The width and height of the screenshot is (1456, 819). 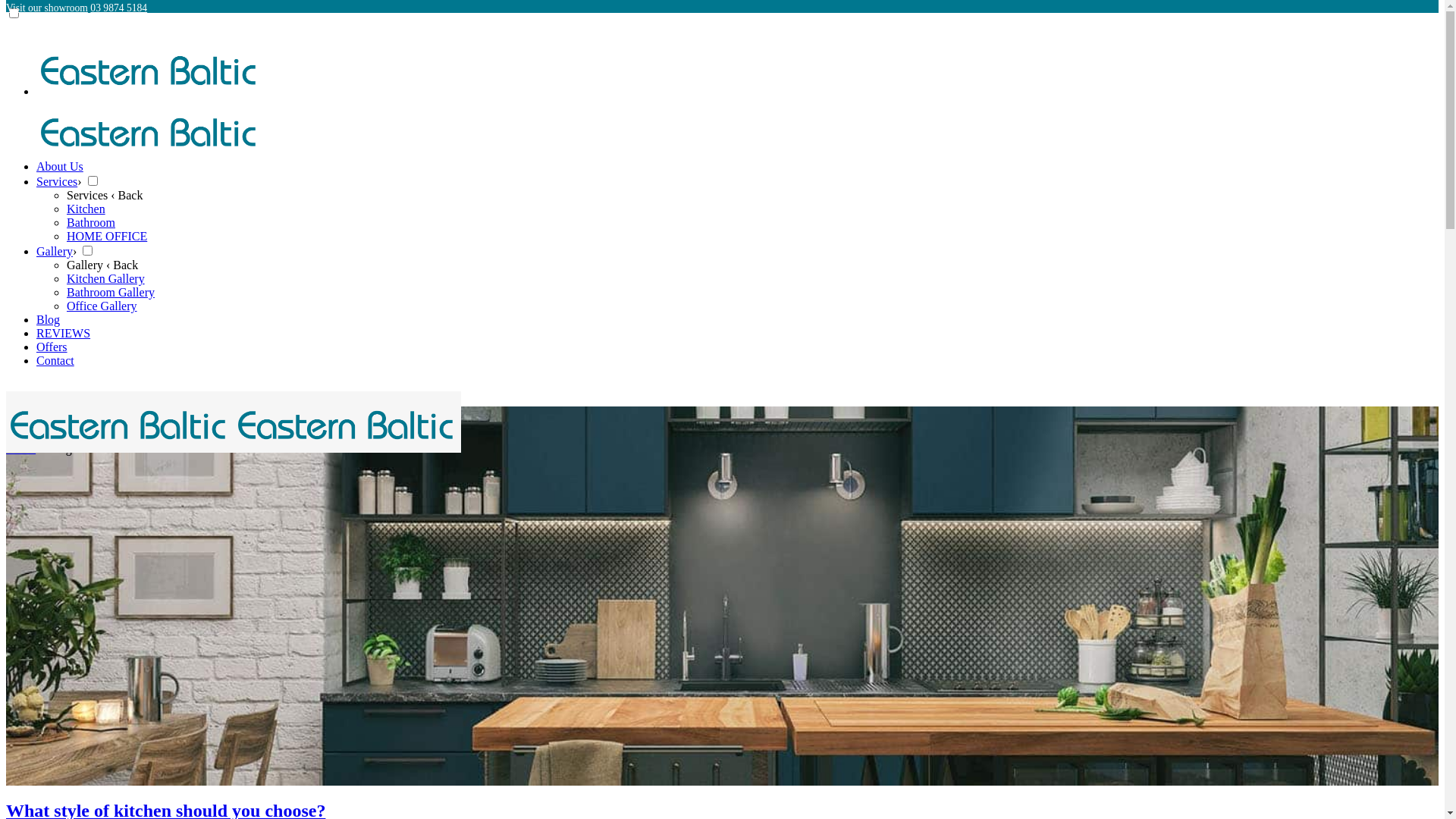 I want to click on 'HOME OFFICE', so click(x=105, y=236).